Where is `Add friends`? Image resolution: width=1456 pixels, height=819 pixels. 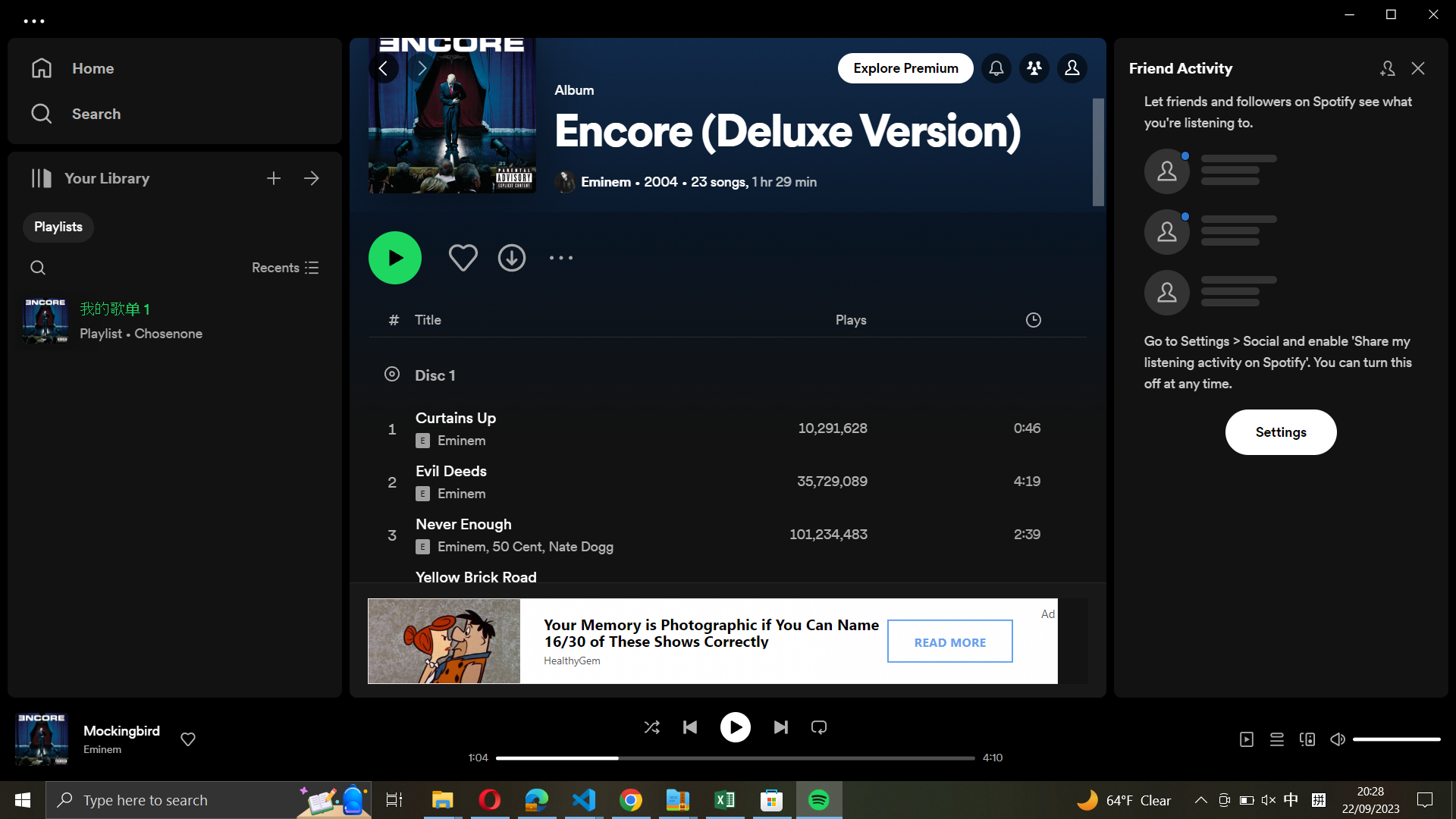
Add friends is located at coordinates (1386, 66).